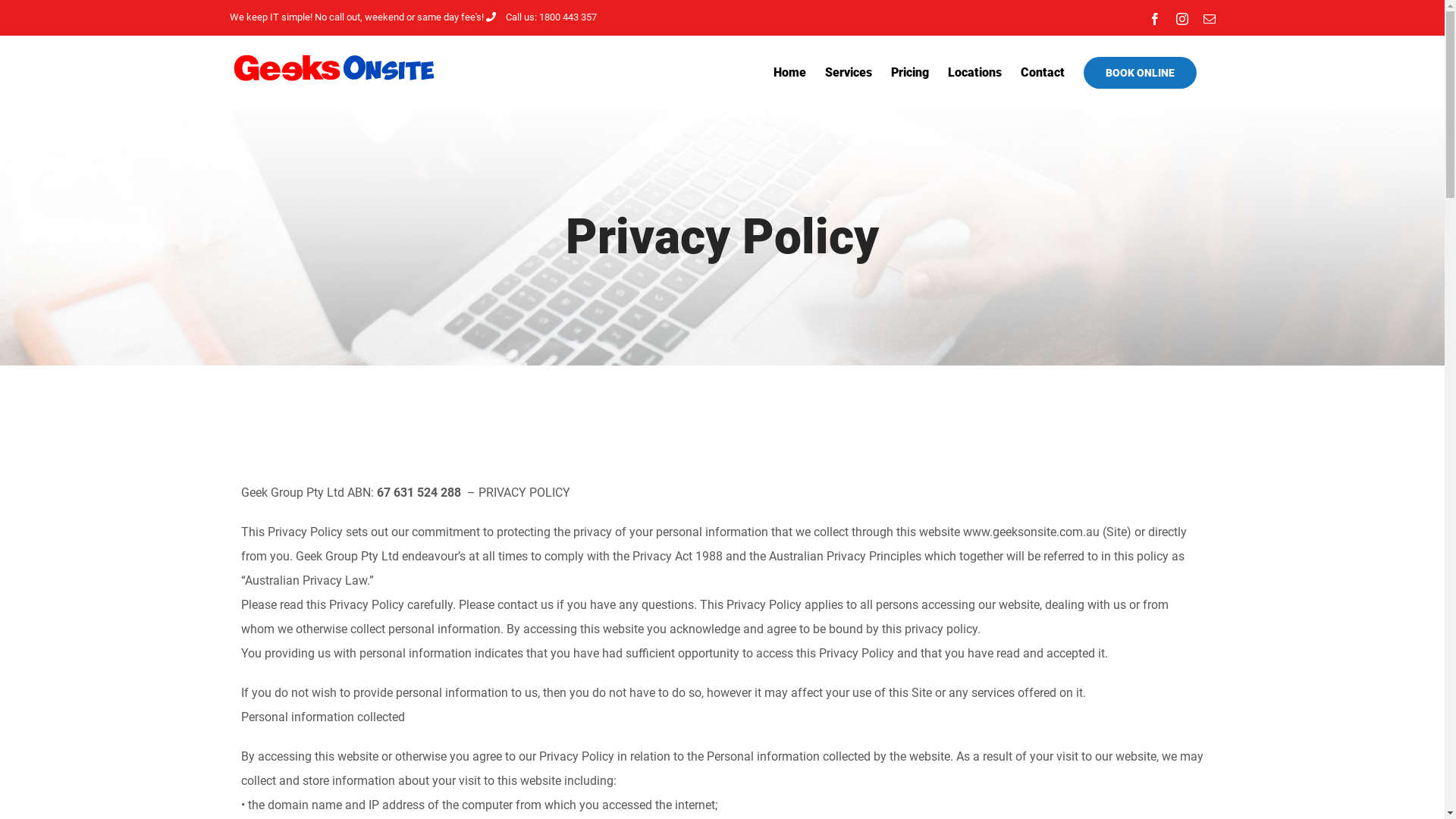 The image size is (1456, 819). I want to click on 'BOOK ONLINE', so click(1139, 72).